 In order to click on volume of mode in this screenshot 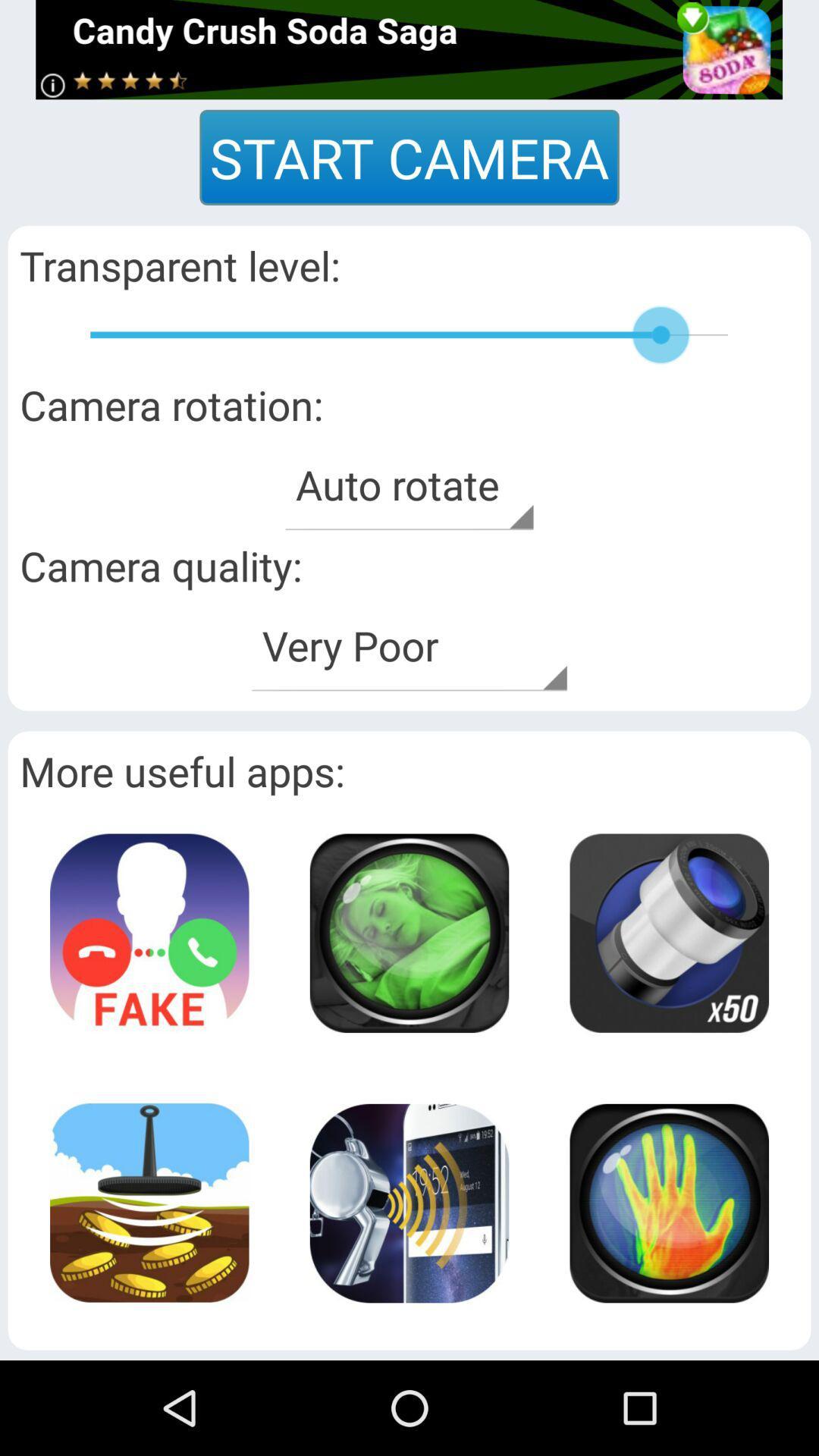, I will do `click(408, 1202)`.